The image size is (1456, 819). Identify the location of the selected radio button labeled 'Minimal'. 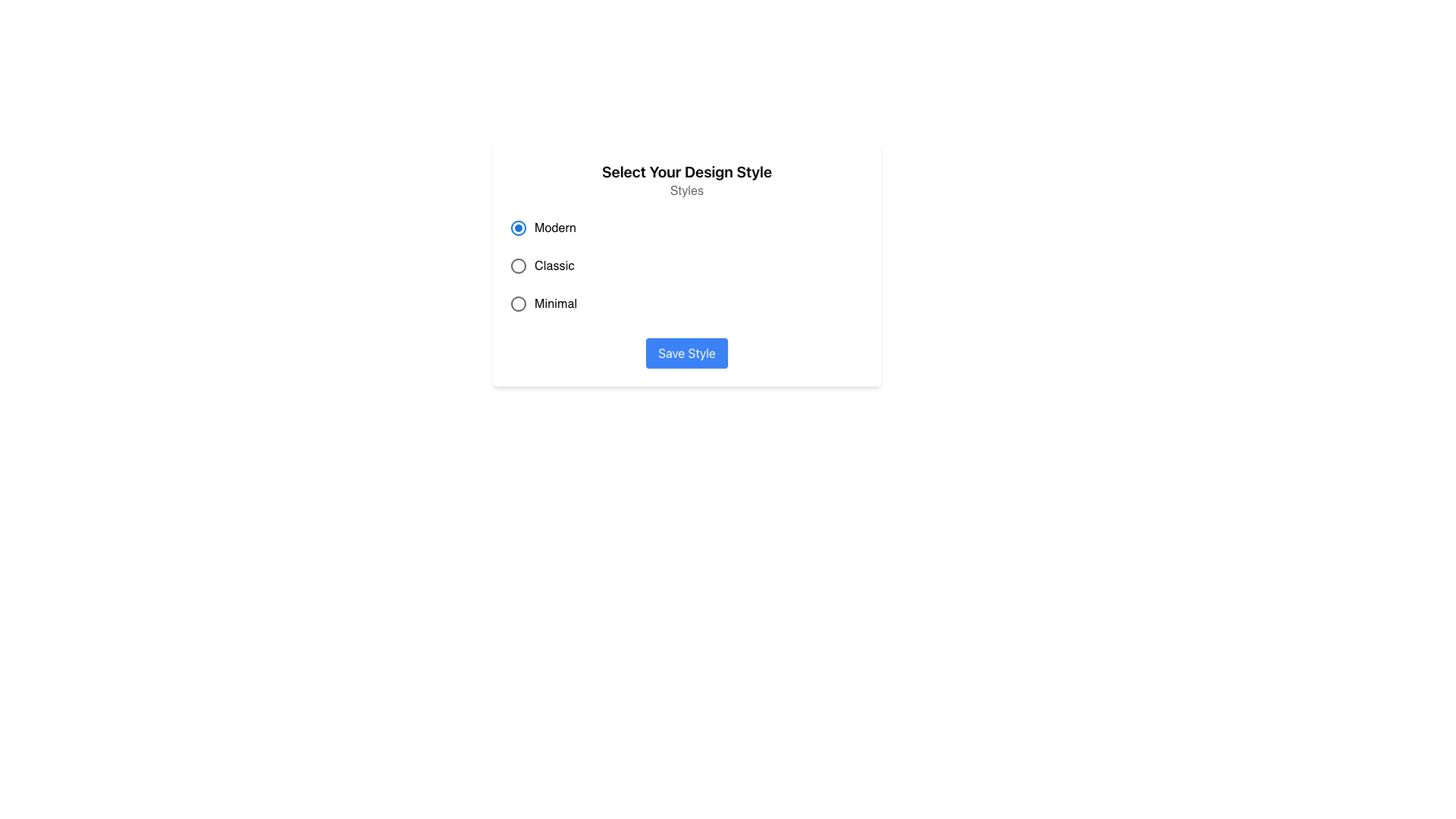
(519, 304).